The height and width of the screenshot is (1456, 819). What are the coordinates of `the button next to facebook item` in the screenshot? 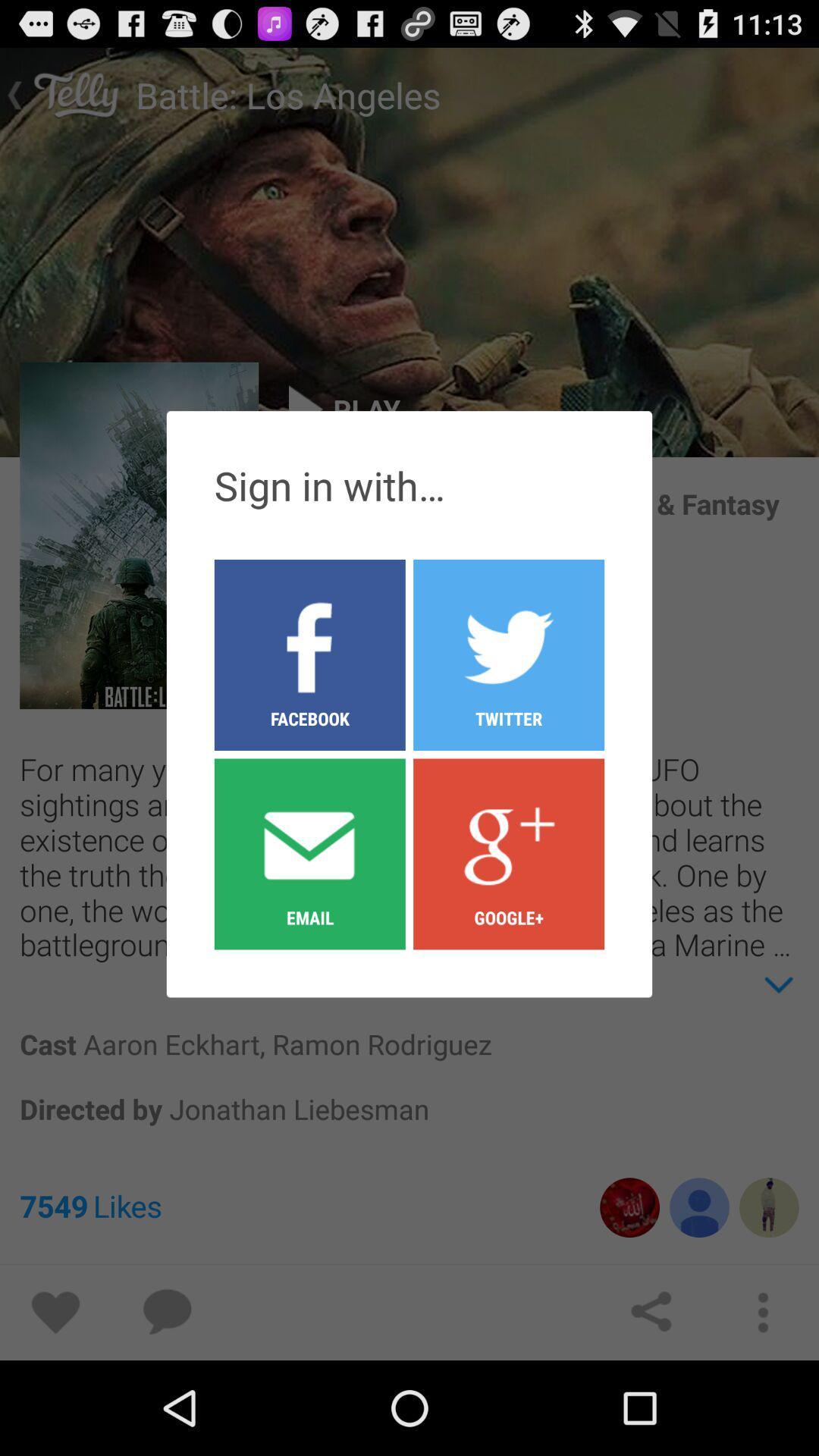 It's located at (509, 853).